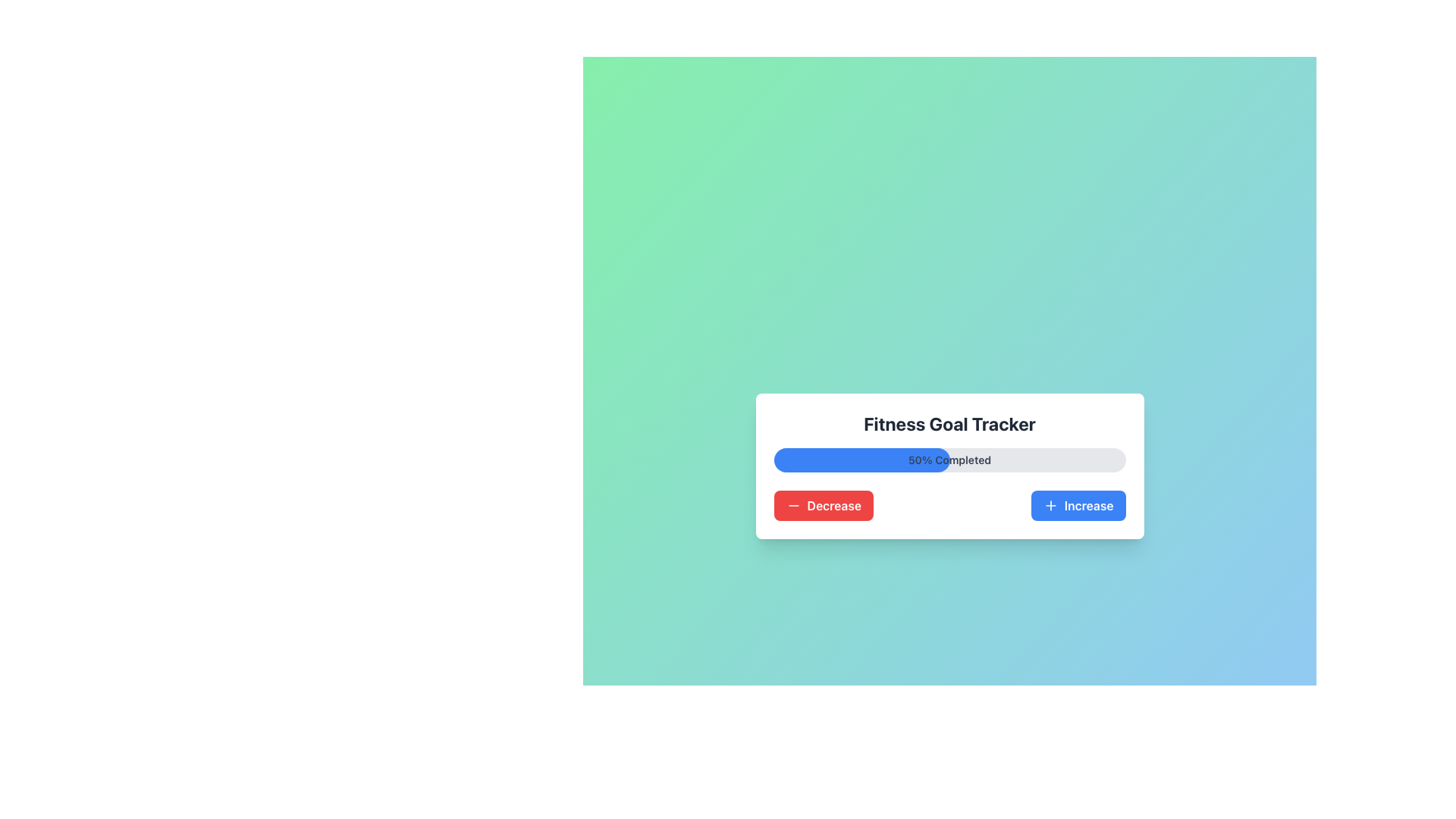  Describe the element at coordinates (861, 459) in the screenshot. I see `the blue progress bar segment that represents the filled portion of the progress bar, located at the top-center of the interface` at that location.